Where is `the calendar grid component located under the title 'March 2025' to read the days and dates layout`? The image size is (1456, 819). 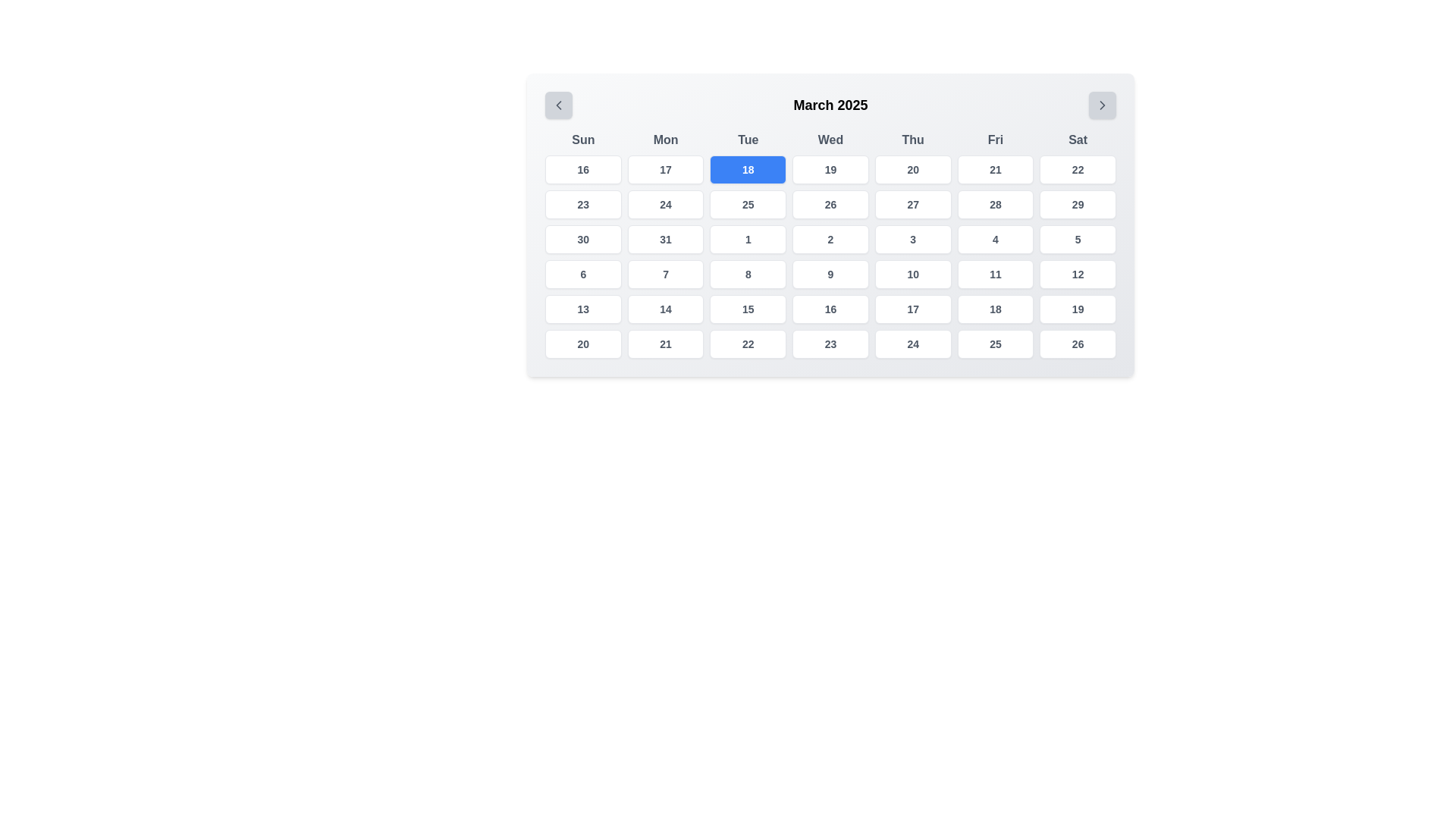
the calendar grid component located under the title 'March 2025' to read the days and dates layout is located at coordinates (830, 244).